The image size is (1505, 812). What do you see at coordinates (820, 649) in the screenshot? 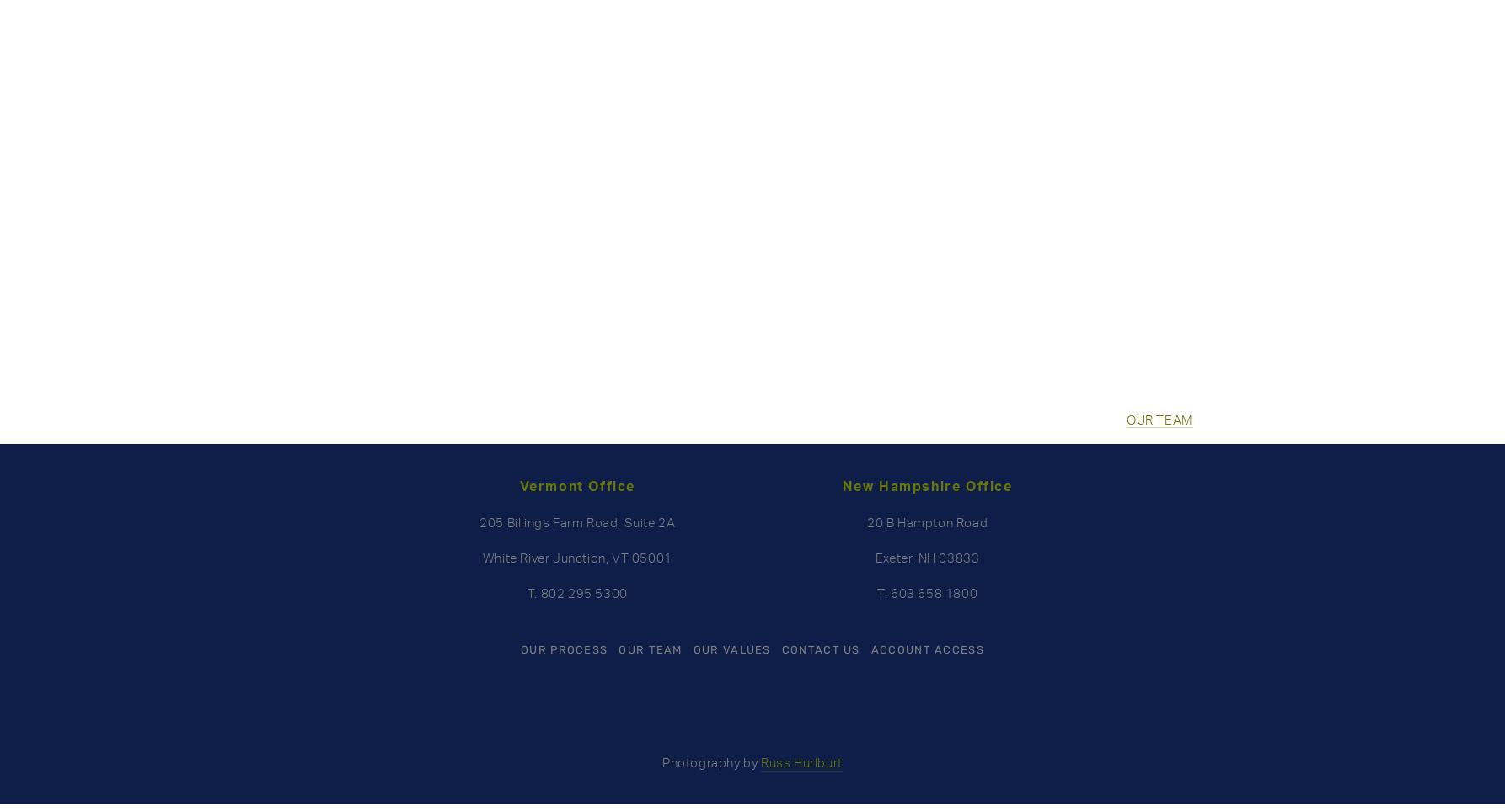
I see `'CONTACT US'` at bounding box center [820, 649].